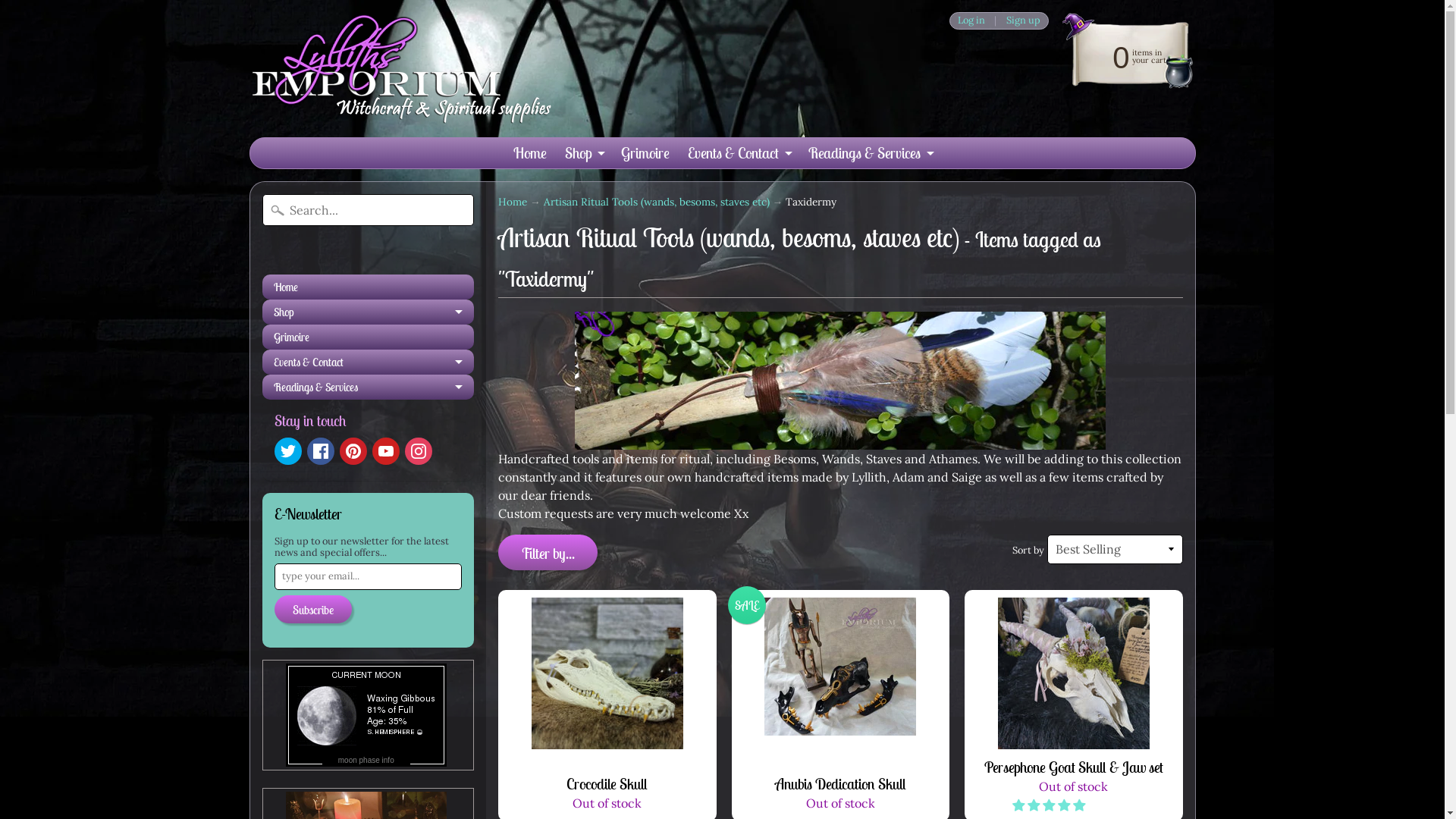 The height and width of the screenshot is (819, 1456). What do you see at coordinates (305, 450) in the screenshot?
I see `'Facebook'` at bounding box center [305, 450].